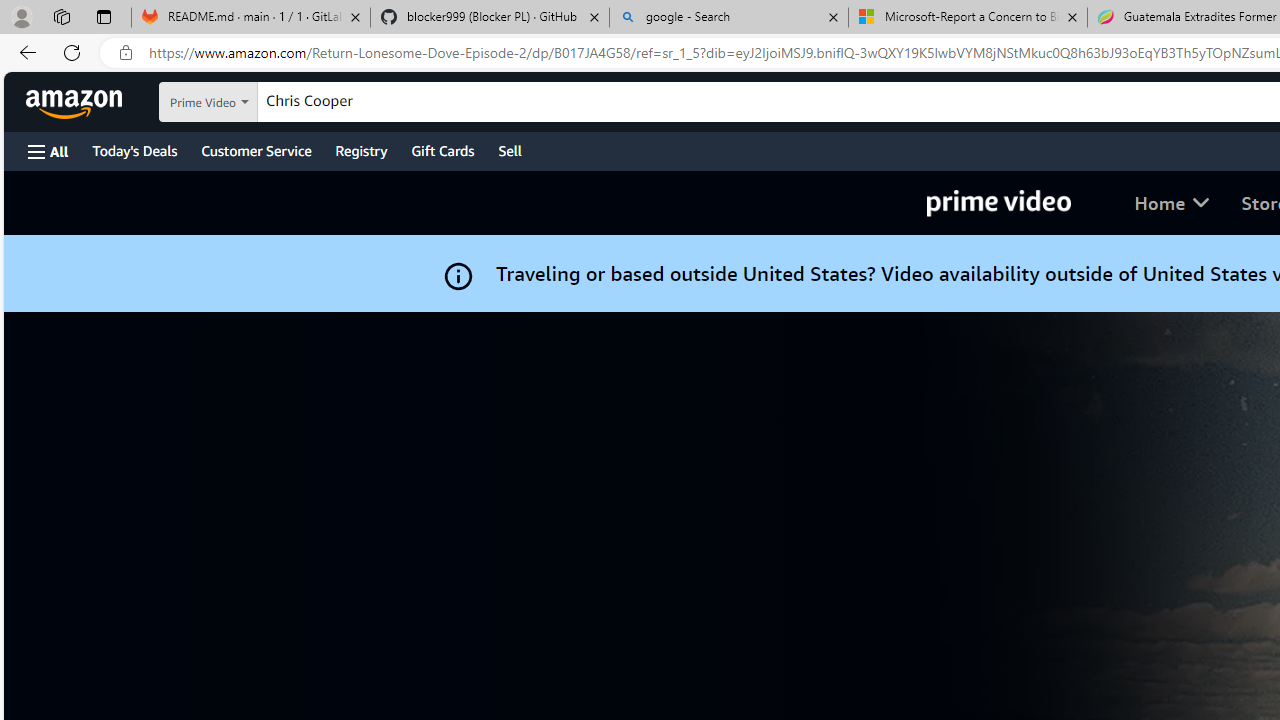  Describe the element at coordinates (258, 102) in the screenshot. I see `'Search in'` at that location.